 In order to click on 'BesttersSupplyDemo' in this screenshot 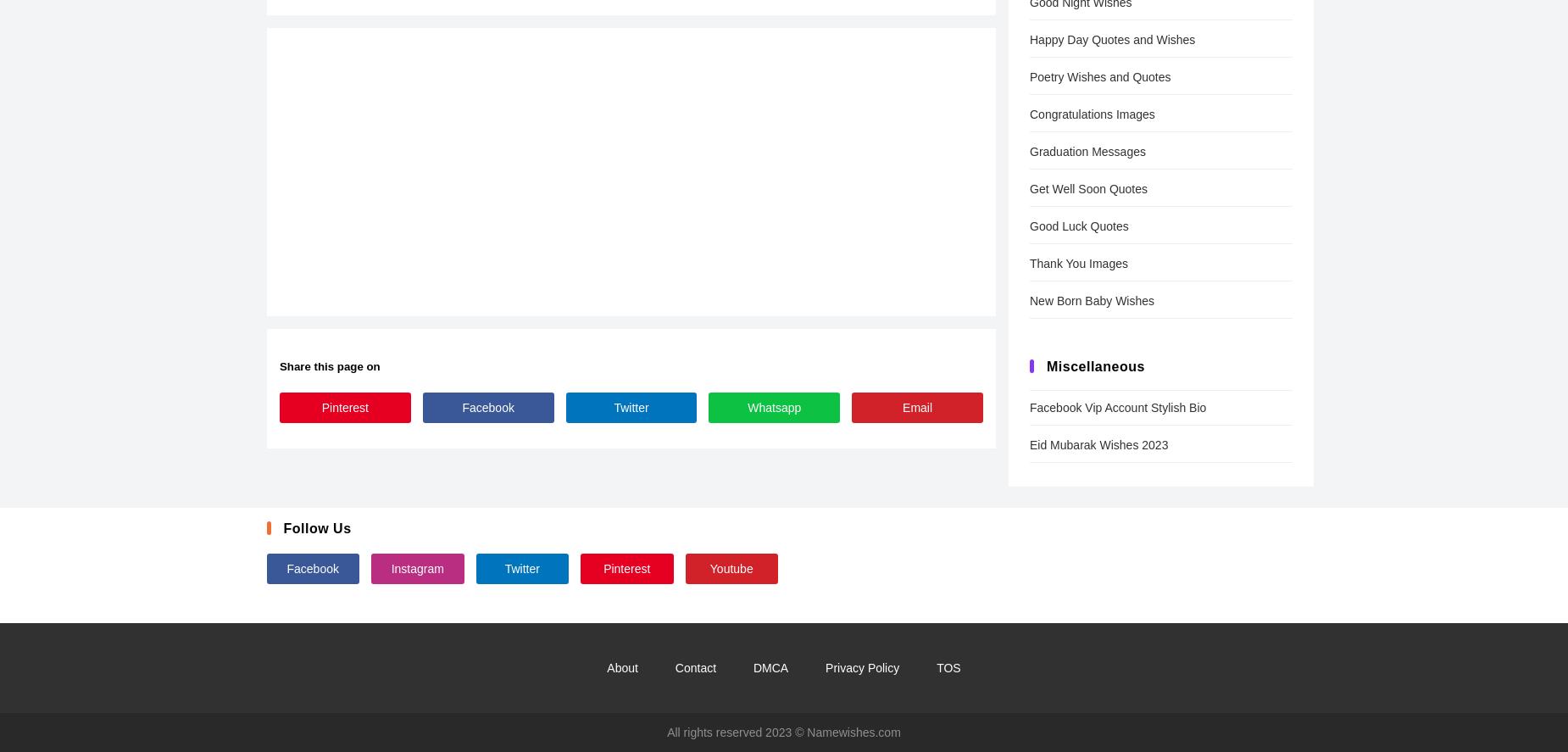, I will do `click(266, 470)`.